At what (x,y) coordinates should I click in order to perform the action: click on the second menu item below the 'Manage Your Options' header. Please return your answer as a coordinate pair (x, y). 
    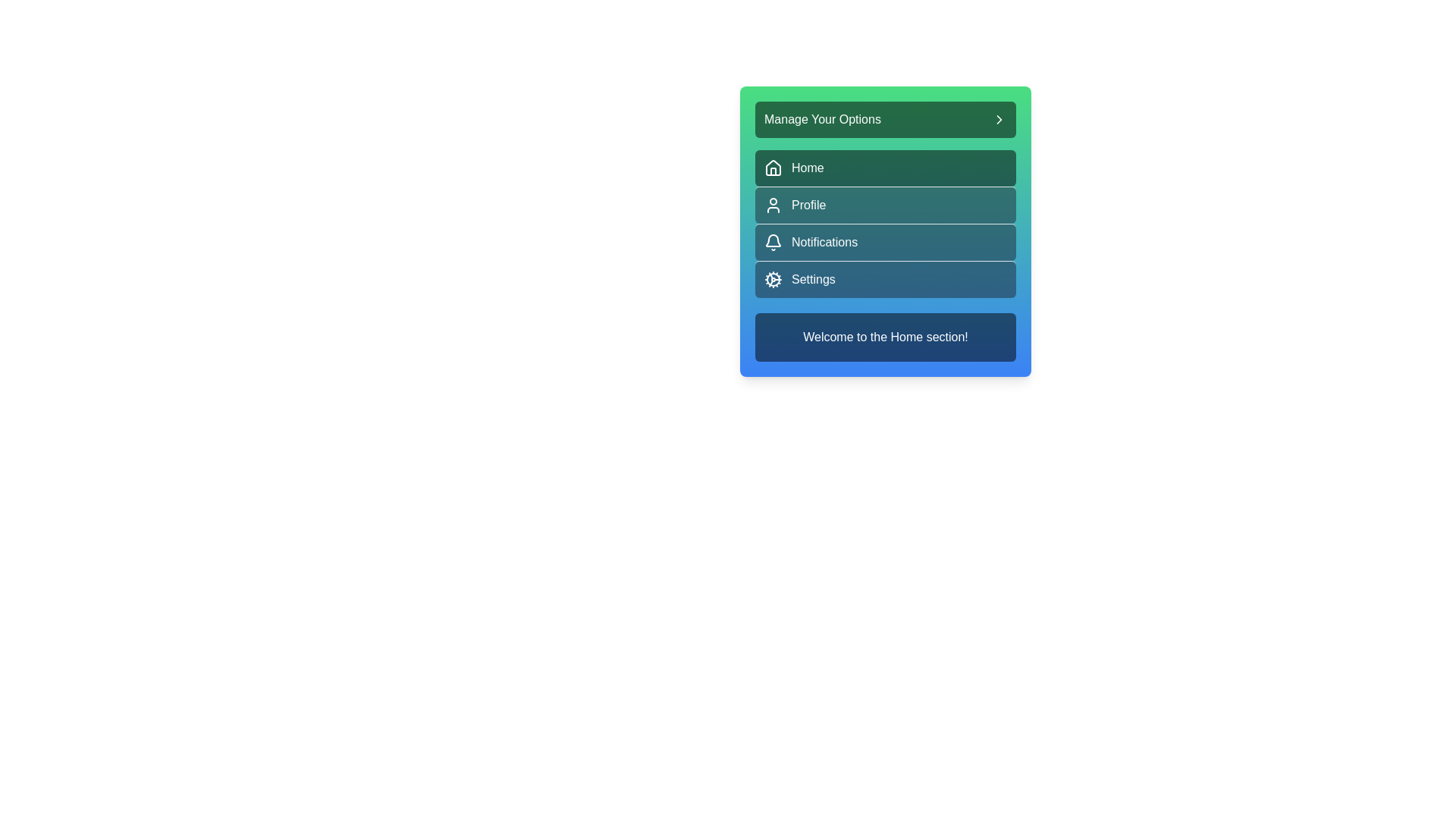
    Looking at the image, I should click on (885, 224).